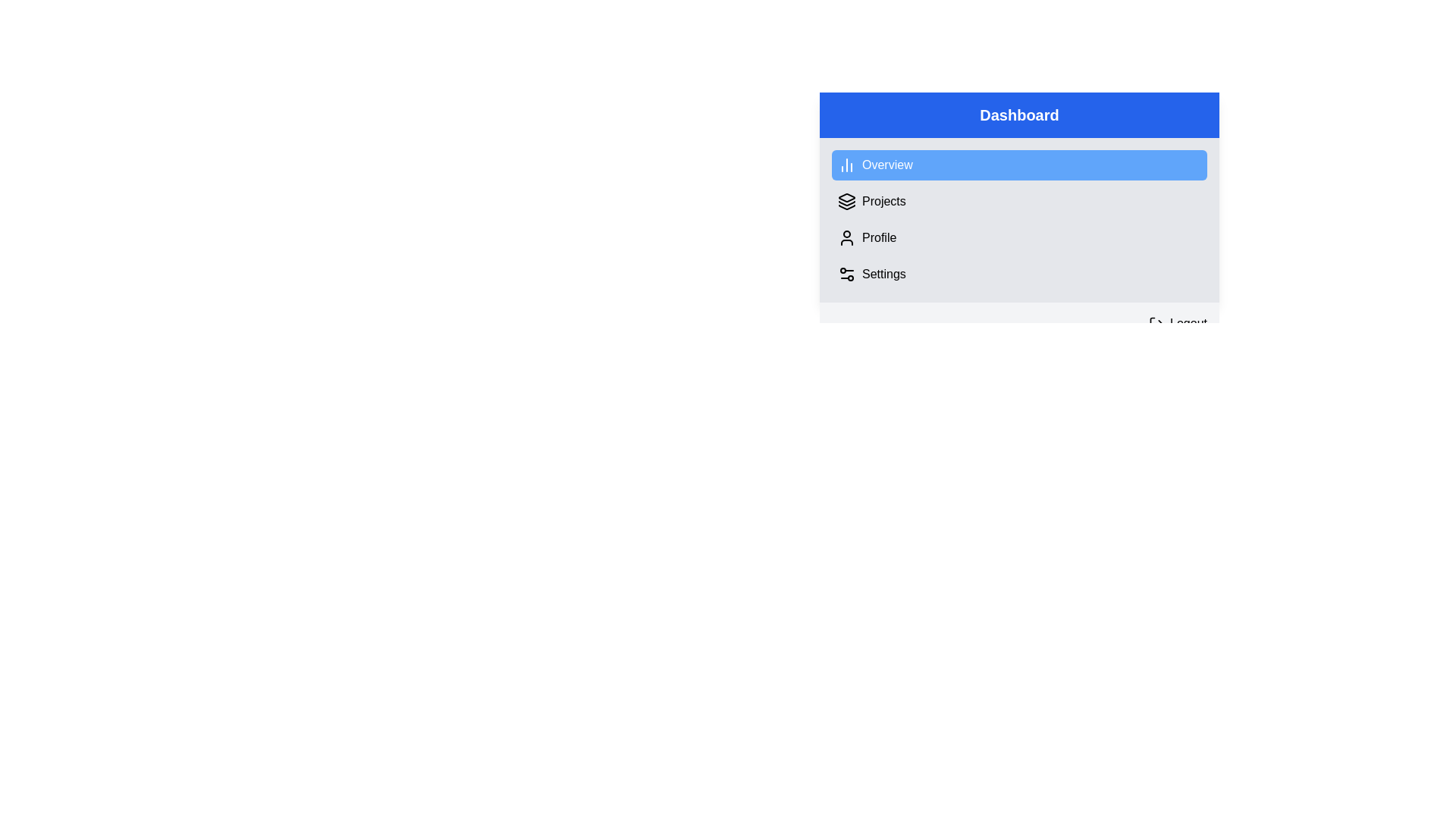 The image size is (1456, 819). I want to click on the 'Dashboard' TextLabel, which has a rectangular blue background and bold white text, located at the top of the navigation panel, so click(1019, 114).